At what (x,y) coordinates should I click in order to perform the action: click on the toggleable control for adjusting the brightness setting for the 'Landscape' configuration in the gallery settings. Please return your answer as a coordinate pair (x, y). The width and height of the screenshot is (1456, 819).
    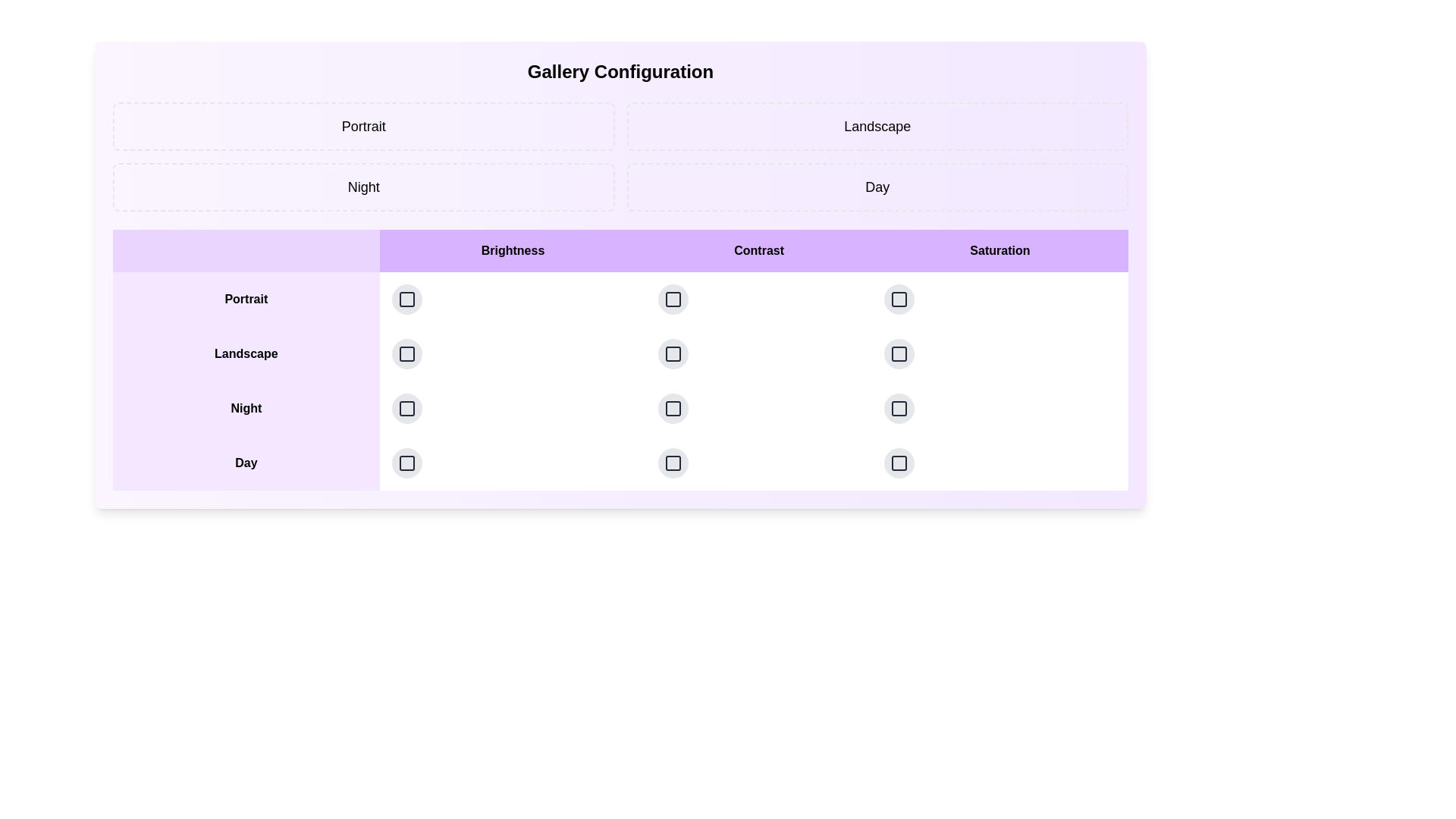
    Looking at the image, I should click on (406, 353).